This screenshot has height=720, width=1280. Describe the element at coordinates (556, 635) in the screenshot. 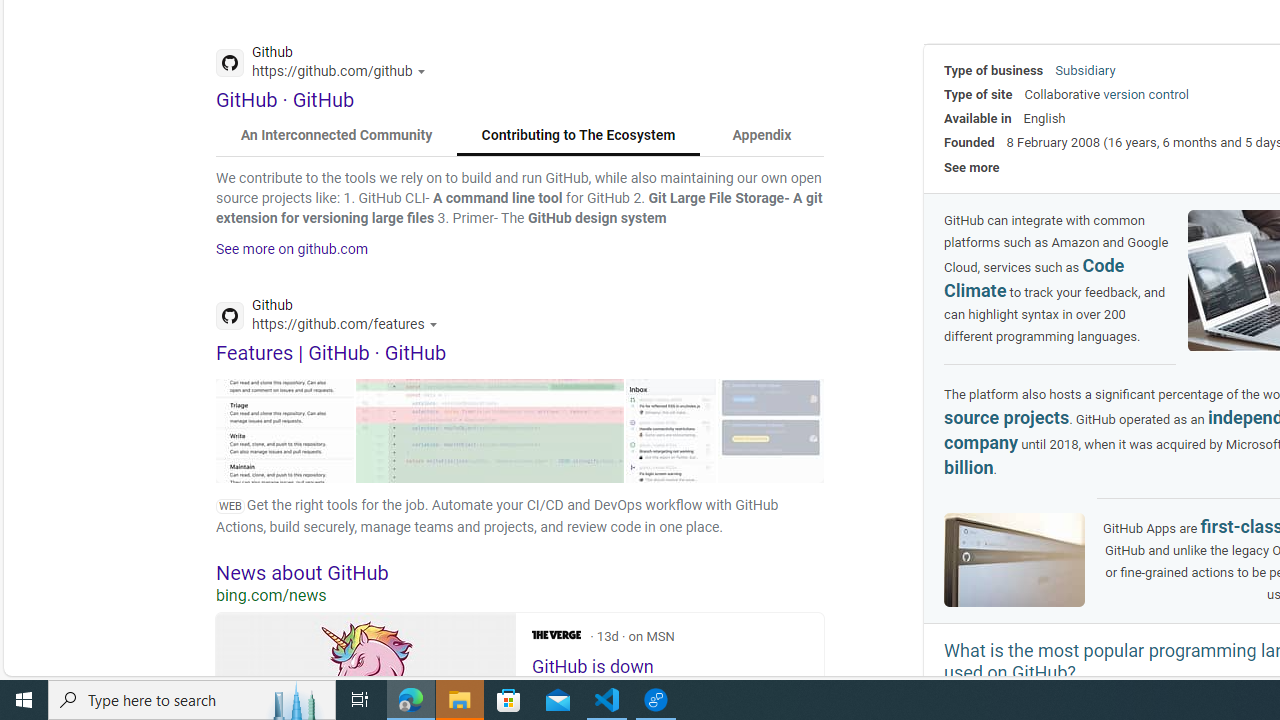

I see `'The Verge on MSN.com'` at that location.